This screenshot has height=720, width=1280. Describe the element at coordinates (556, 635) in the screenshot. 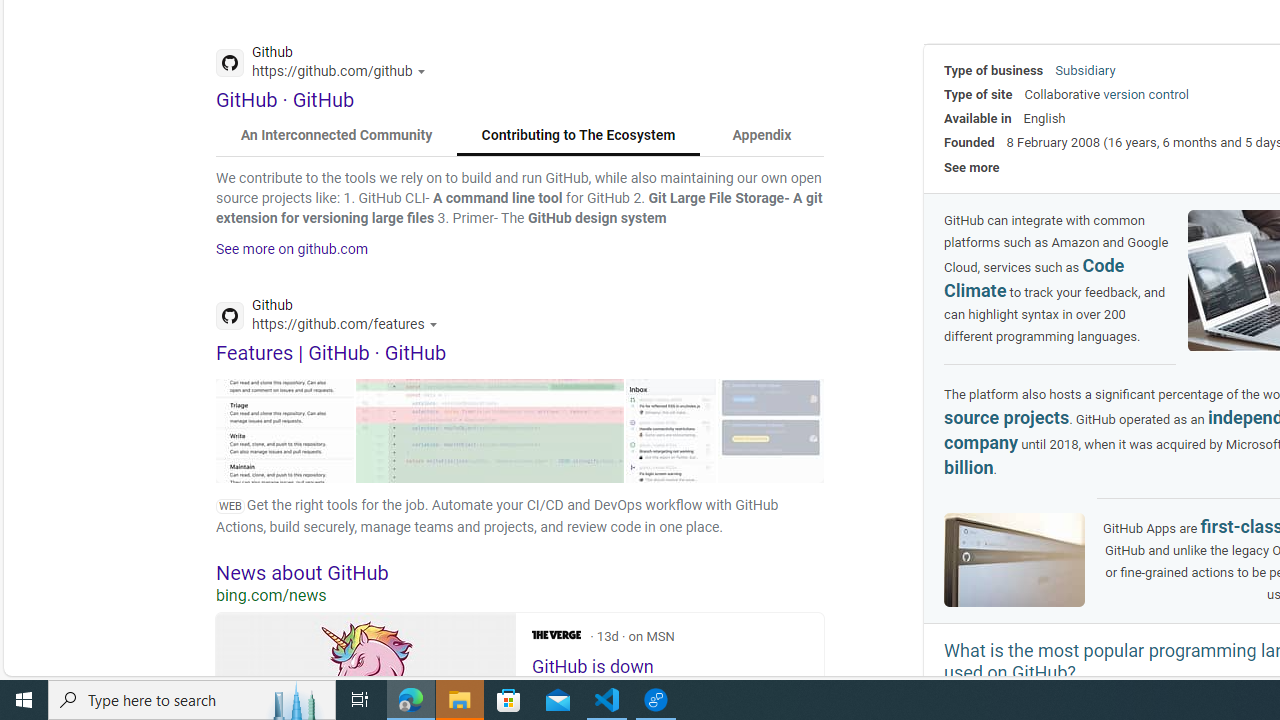

I see `'The Verge on MSN.com'` at that location.